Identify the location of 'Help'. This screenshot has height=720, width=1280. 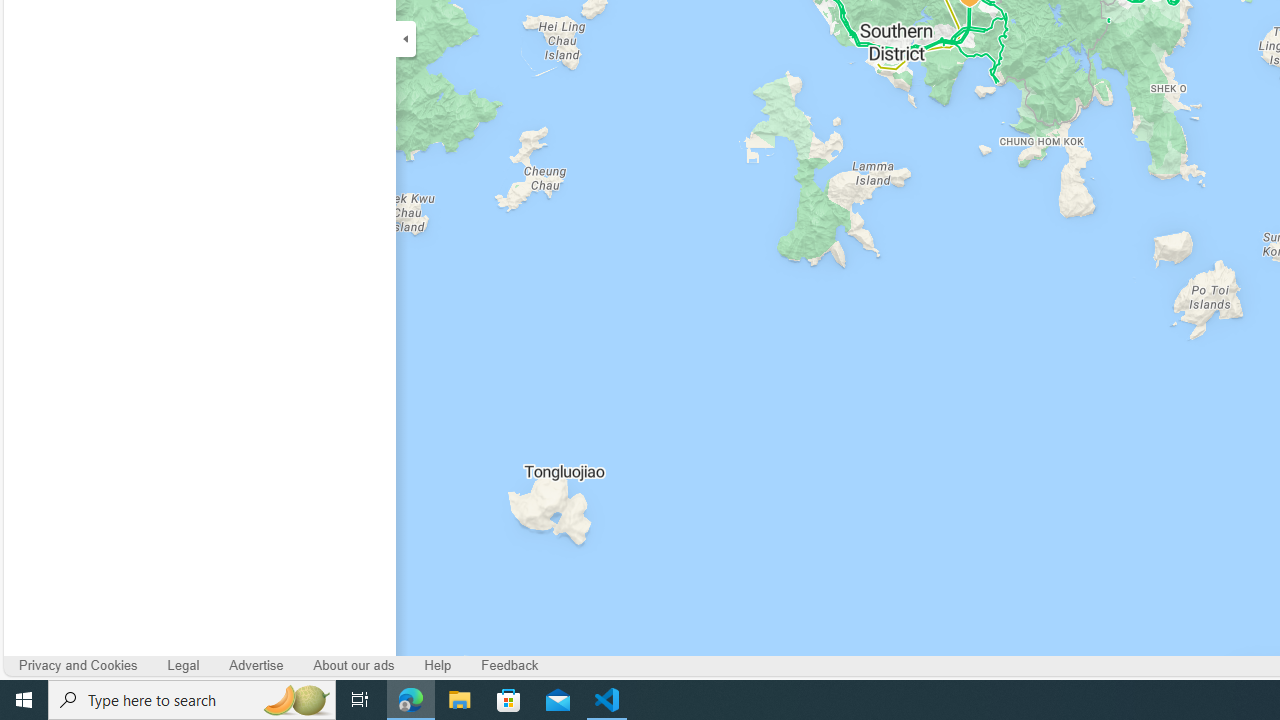
(436, 665).